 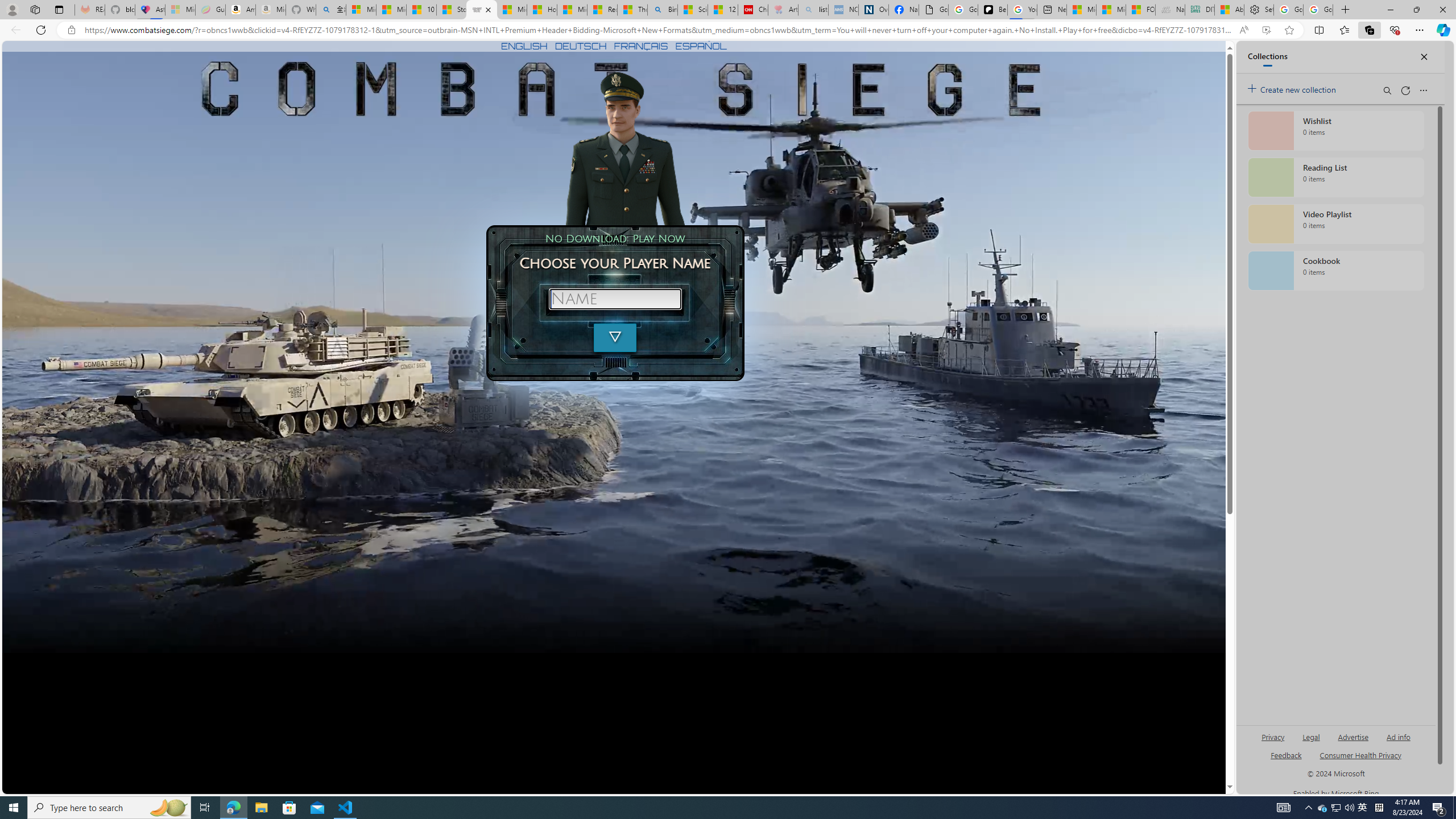 What do you see at coordinates (1286, 754) in the screenshot?
I see `'AutomationID: sb_feedback'` at bounding box center [1286, 754].